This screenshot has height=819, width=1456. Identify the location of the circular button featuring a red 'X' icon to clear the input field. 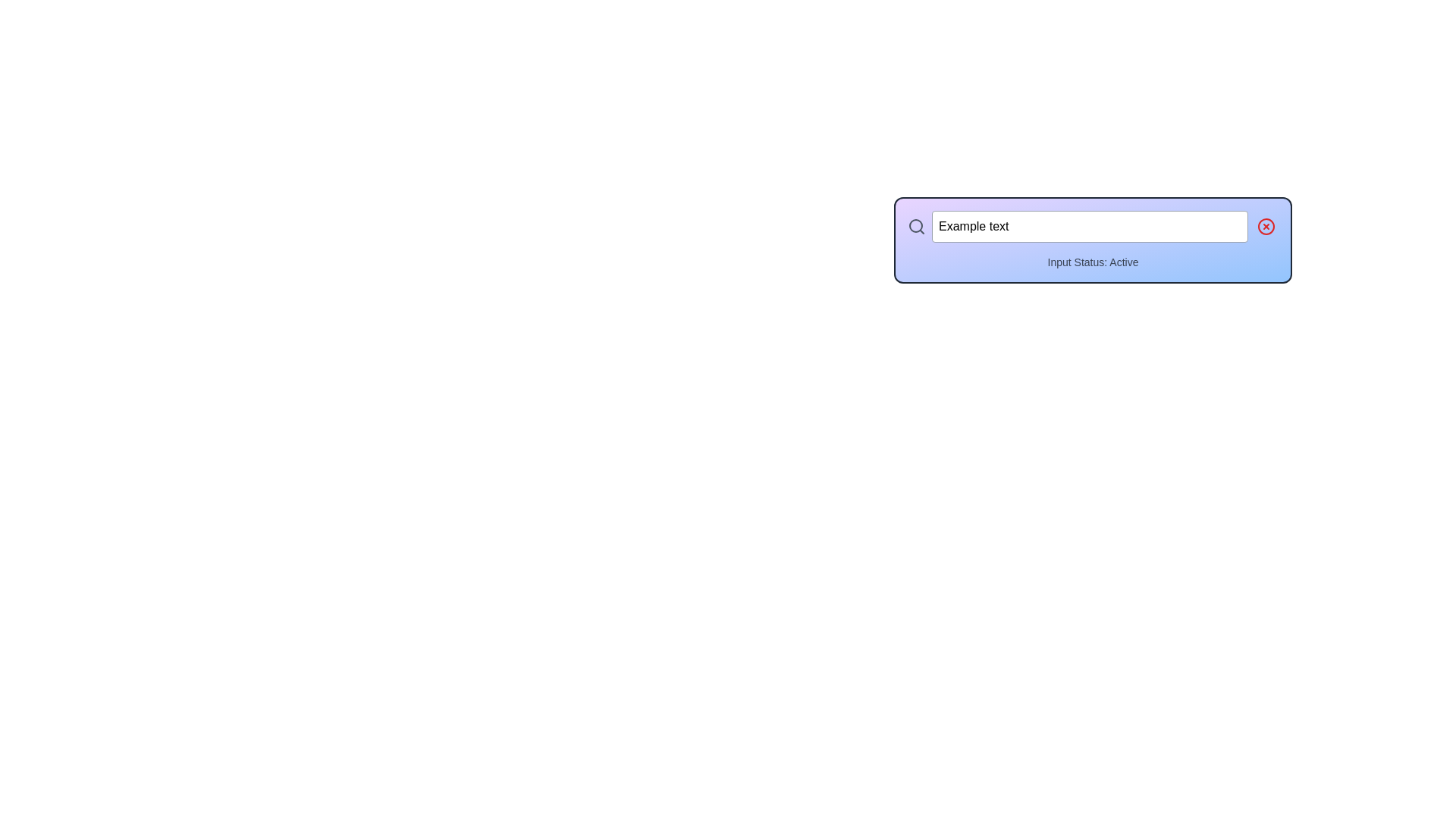
(1266, 227).